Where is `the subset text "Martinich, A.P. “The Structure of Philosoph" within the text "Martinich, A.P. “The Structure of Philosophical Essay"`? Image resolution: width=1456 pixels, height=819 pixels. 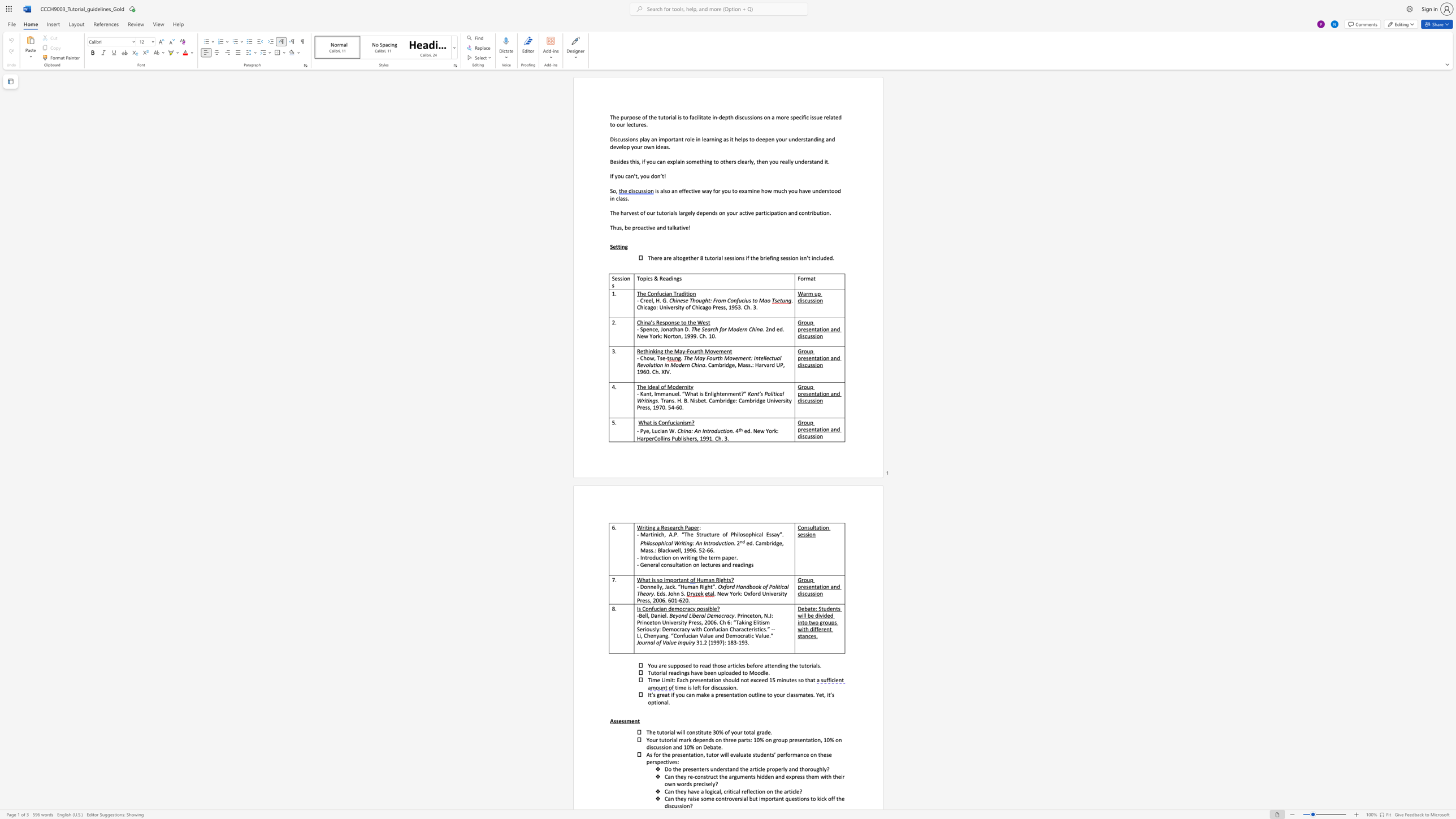 the subset text "Martinich, A.P. “The Structure of Philosoph" within the text "Martinich, A.P. “The Structure of Philosophical Essay" is located at coordinates (640, 534).